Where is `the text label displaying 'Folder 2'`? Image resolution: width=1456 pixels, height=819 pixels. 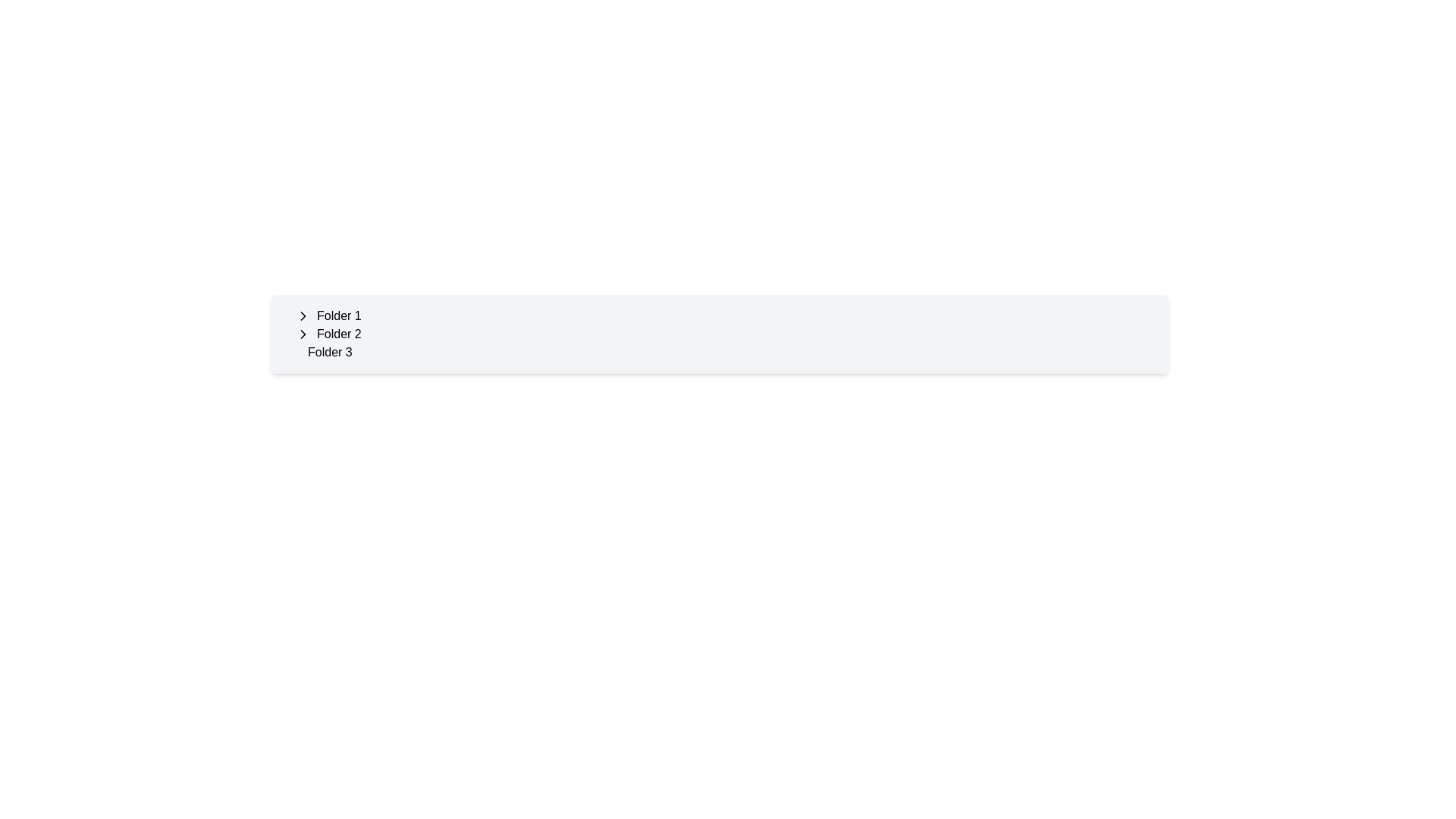
the text label displaying 'Folder 2' is located at coordinates (337, 333).